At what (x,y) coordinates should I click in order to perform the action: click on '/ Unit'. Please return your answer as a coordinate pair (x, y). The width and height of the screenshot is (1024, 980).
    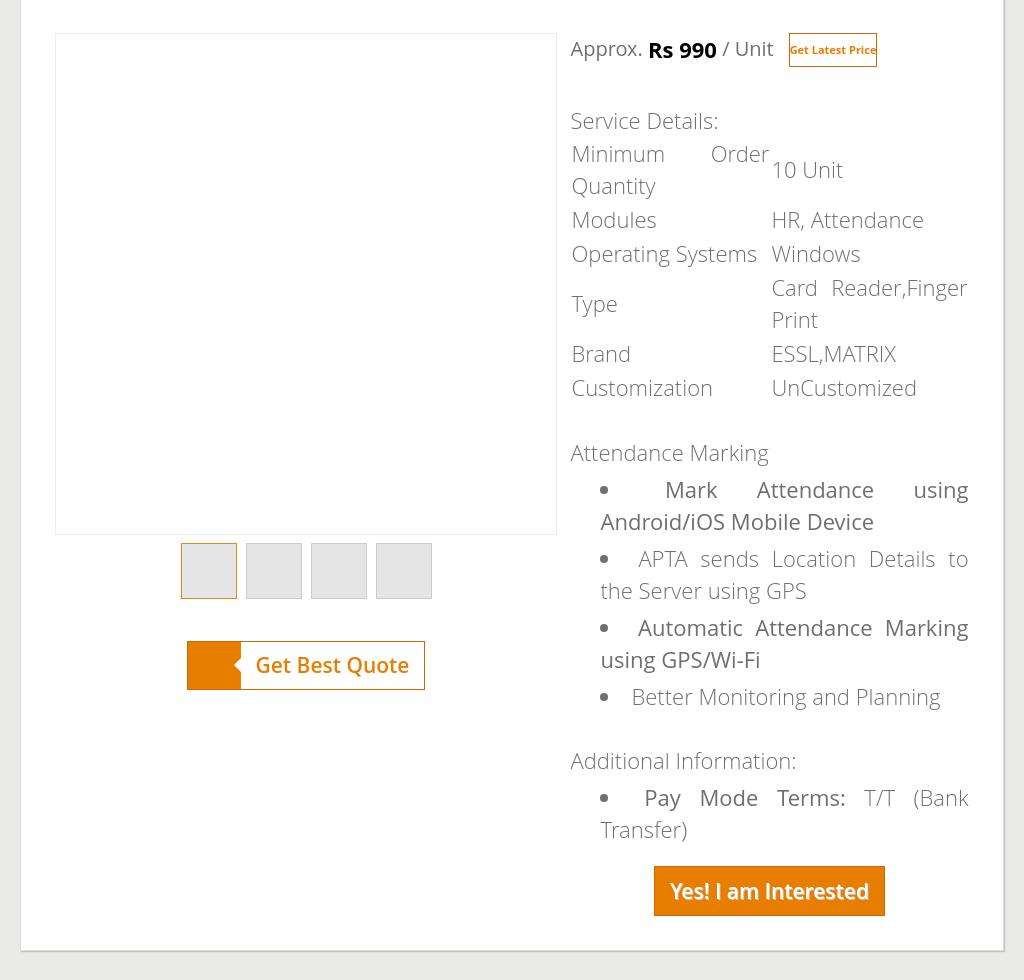
    Looking at the image, I should click on (743, 48).